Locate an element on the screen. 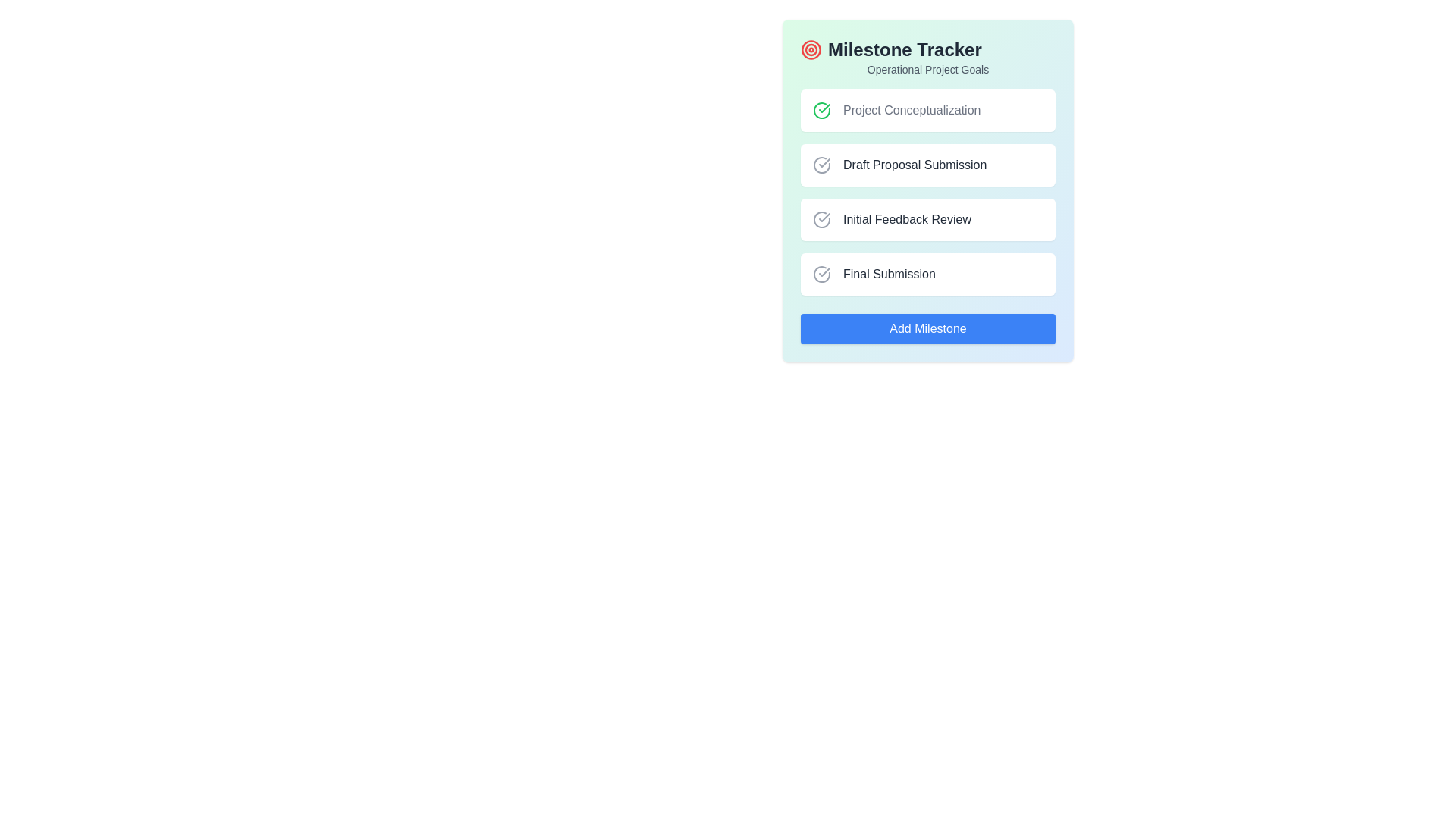 The width and height of the screenshot is (1456, 819). an individual milestone in the list within the 'Milestone Tracker' card component is located at coordinates (927, 192).